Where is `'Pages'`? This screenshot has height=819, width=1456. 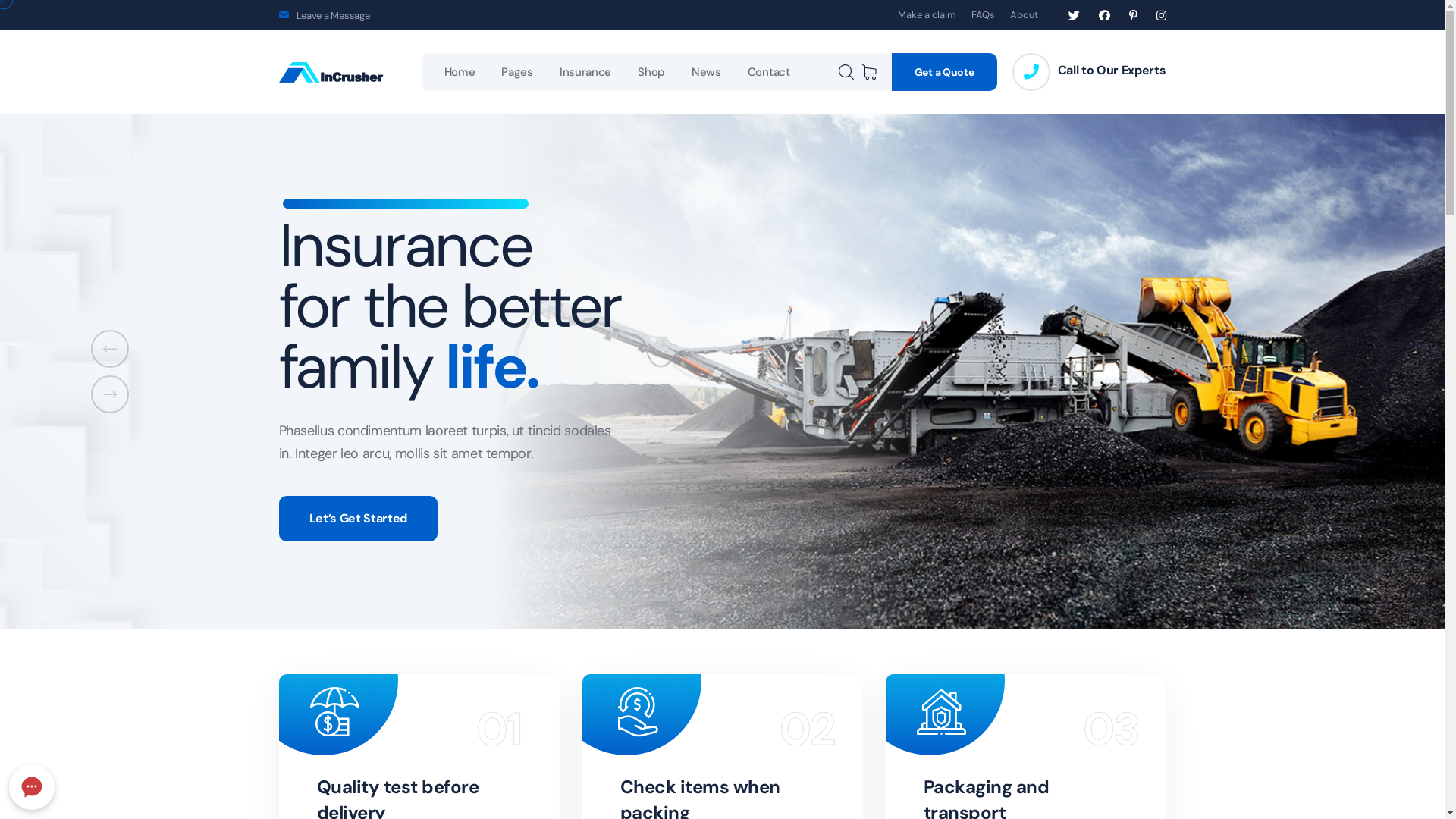
'Pages' is located at coordinates (516, 72).